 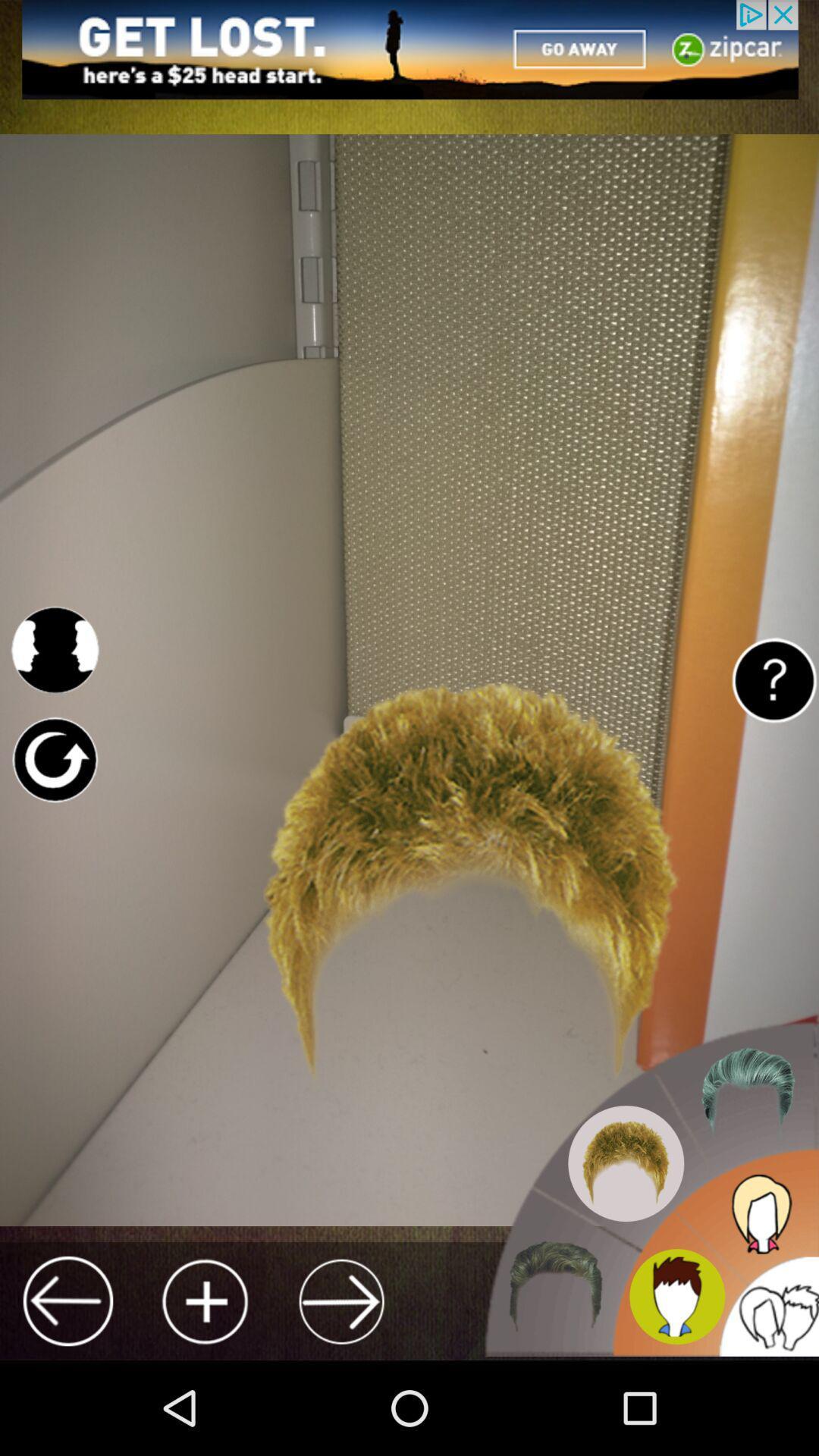 What do you see at coordinates (54, 760) in the screenshot?
I see `reloading the option` at bounding box center [54, 760].